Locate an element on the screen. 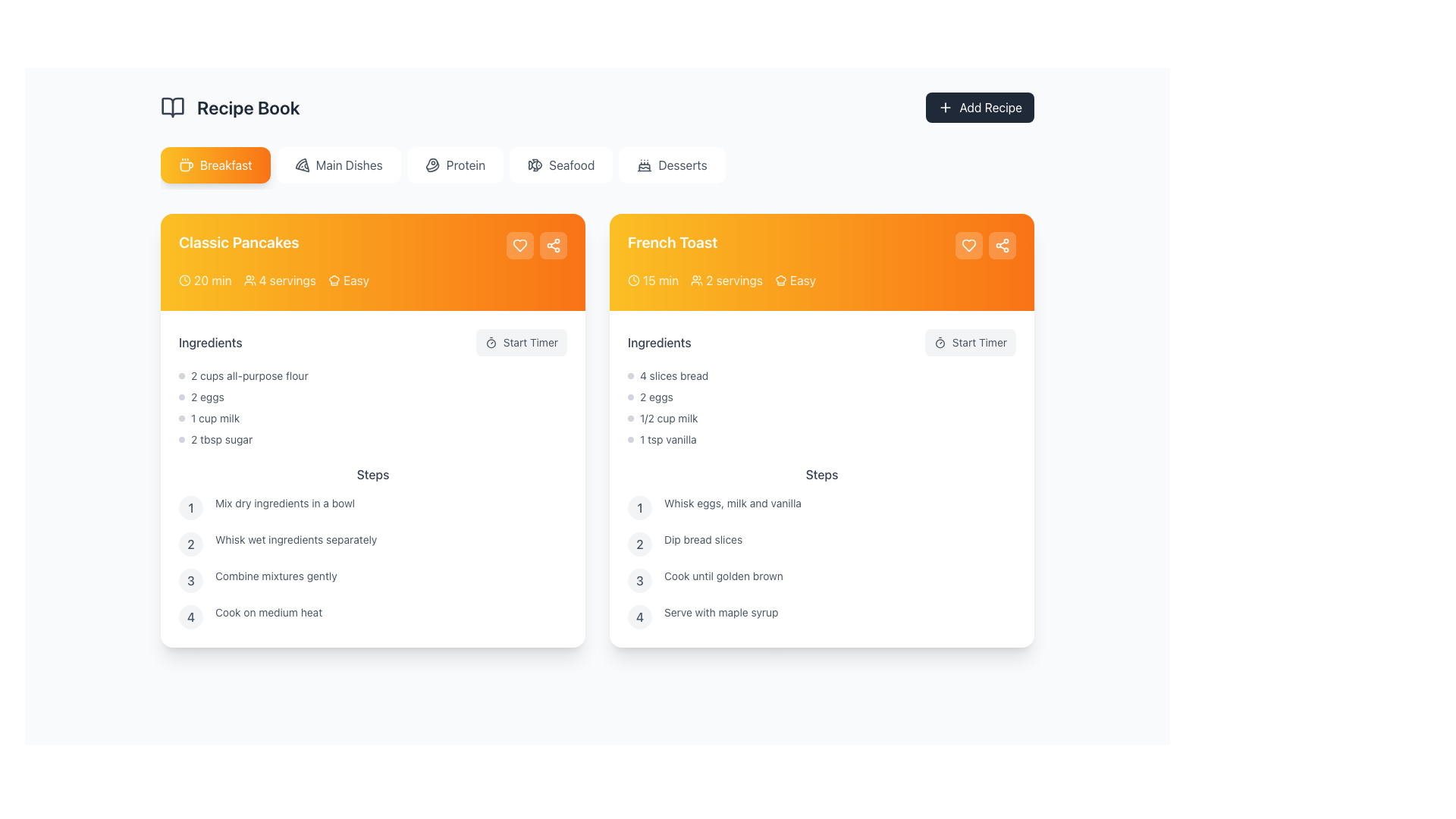  the text label displaying 'Recipe Book' that is styled in a large, bold, dark color and is aligned to the right of a book icon in the header area is located at coordinates (248, 107).